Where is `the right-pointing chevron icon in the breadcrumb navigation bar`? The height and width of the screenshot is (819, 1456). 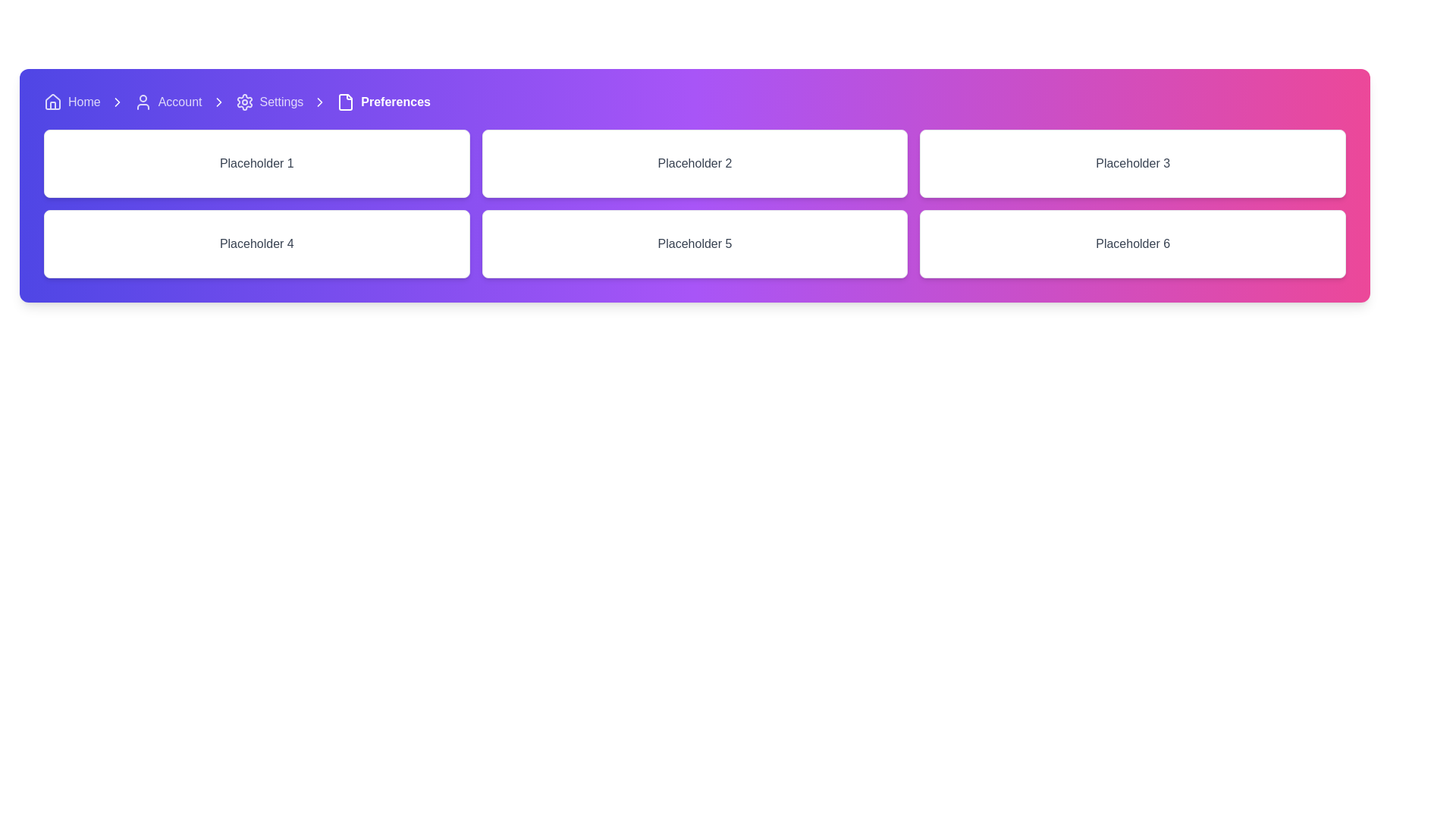
the right-pointing chevron icon in the breadcrumb navigation bar is located at coordinates (319, 102).